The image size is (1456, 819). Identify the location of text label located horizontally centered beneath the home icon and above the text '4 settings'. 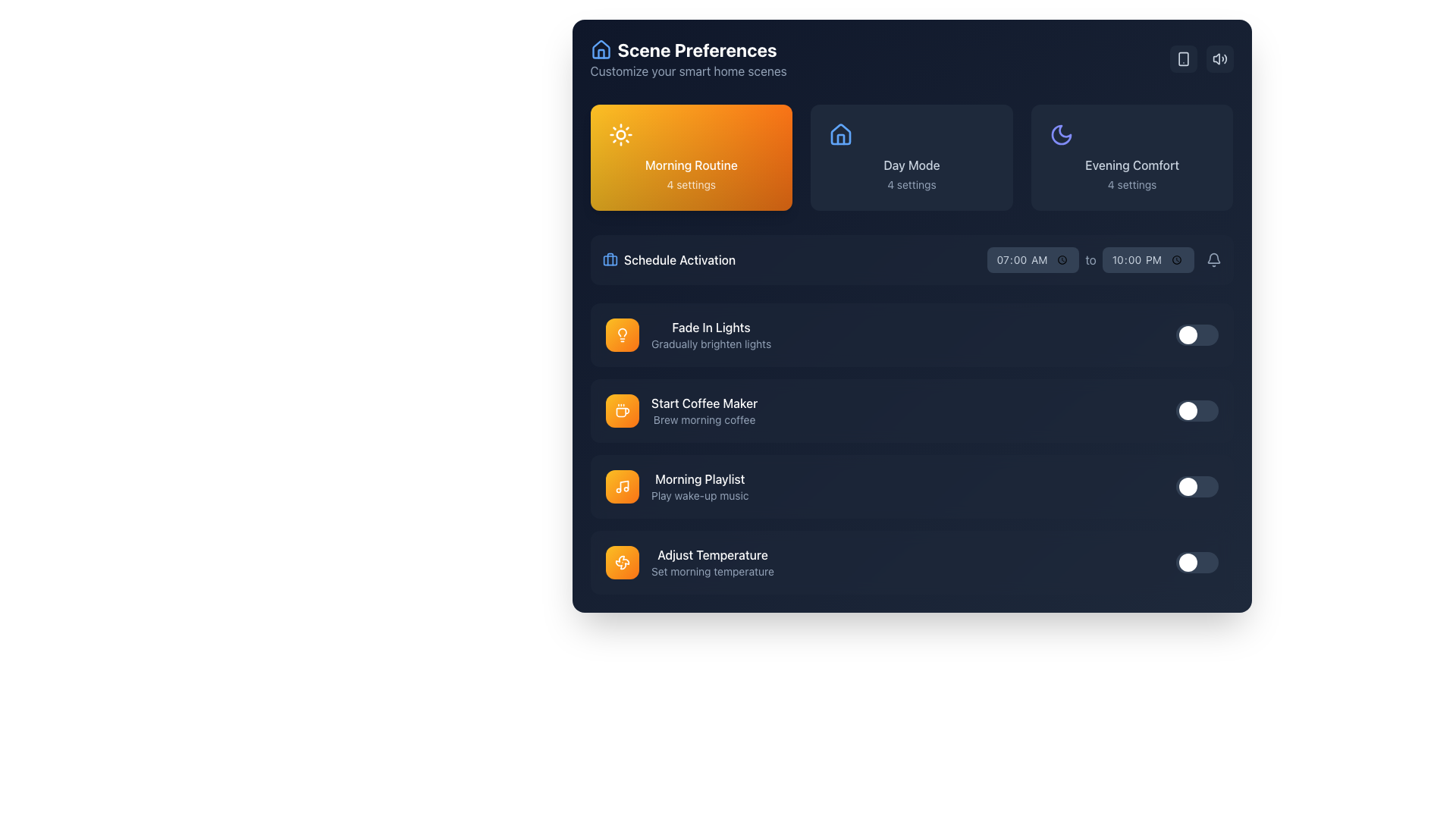
(911, 165).